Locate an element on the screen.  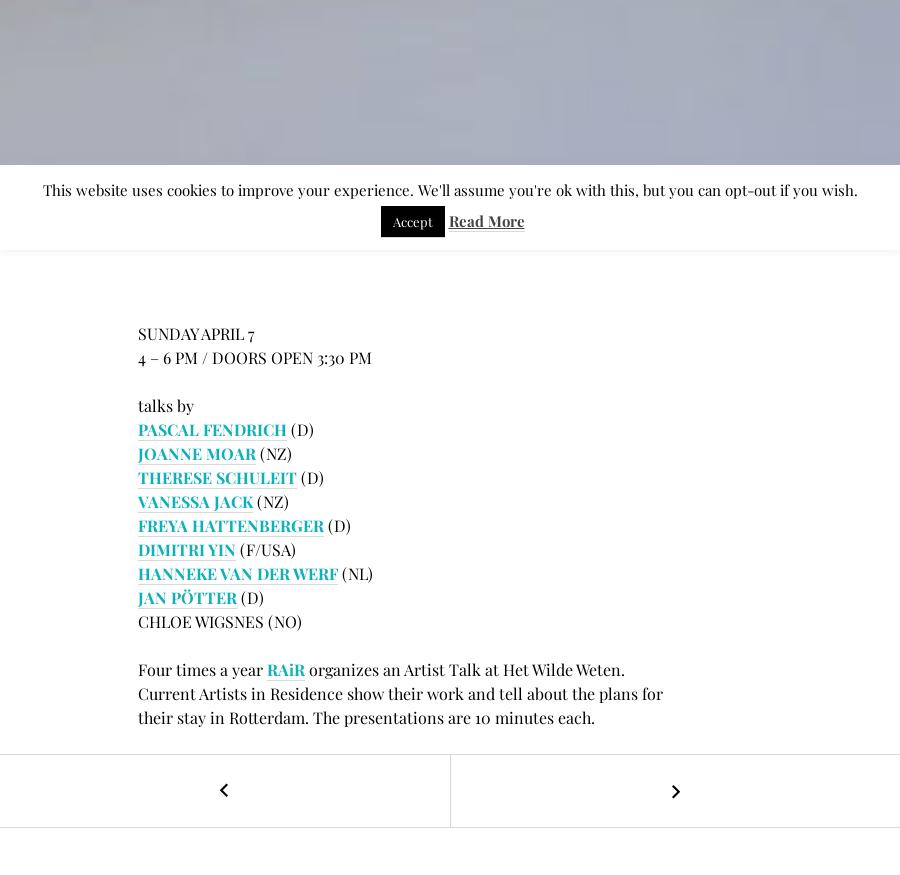
'JAN PÖTTER' is located at coordinates (187, 597).